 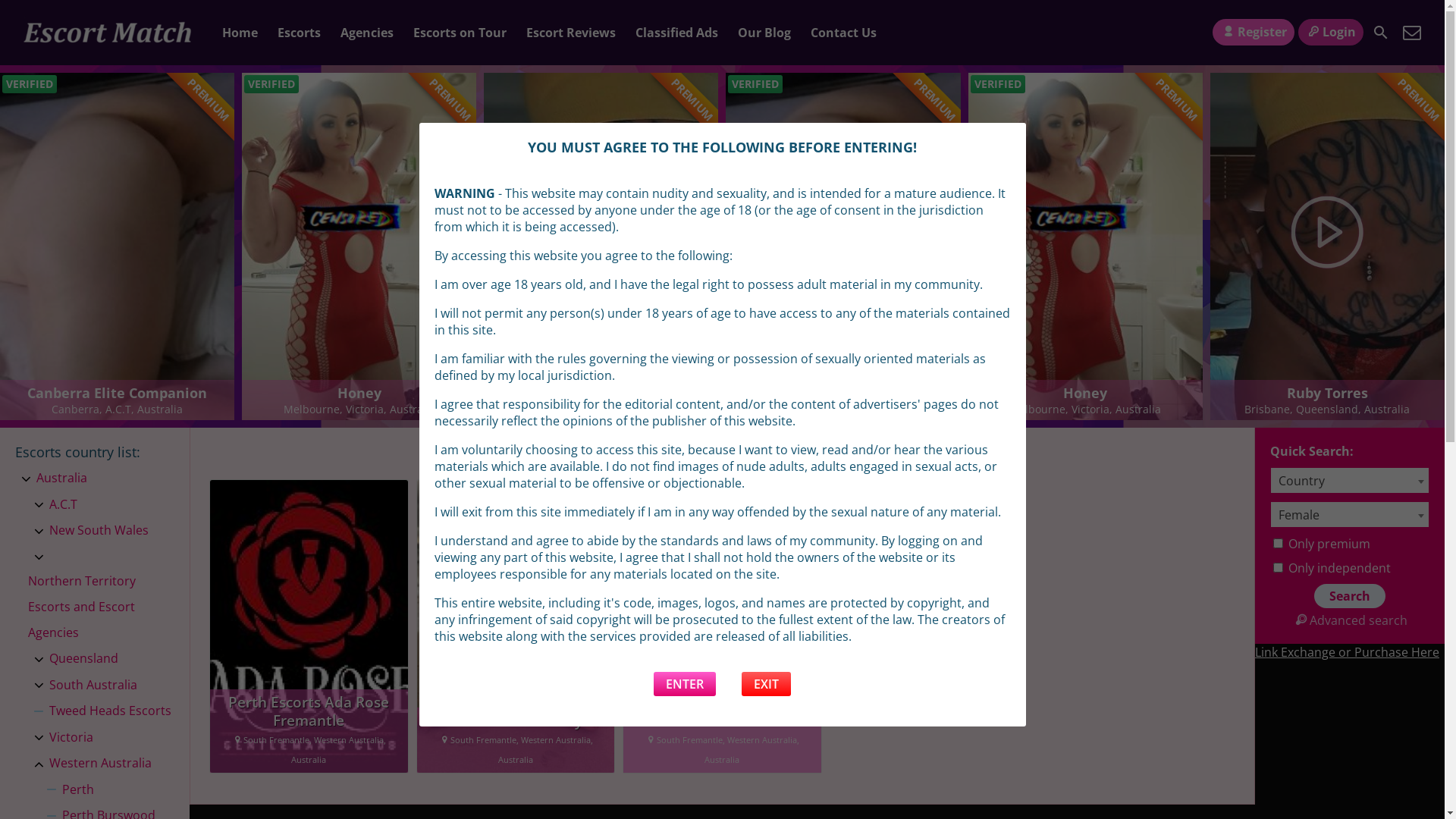 What do you see at coordinates (62, 505) in the screenshot?
I see `'A.C.T'` at bounding box center [62, 505].